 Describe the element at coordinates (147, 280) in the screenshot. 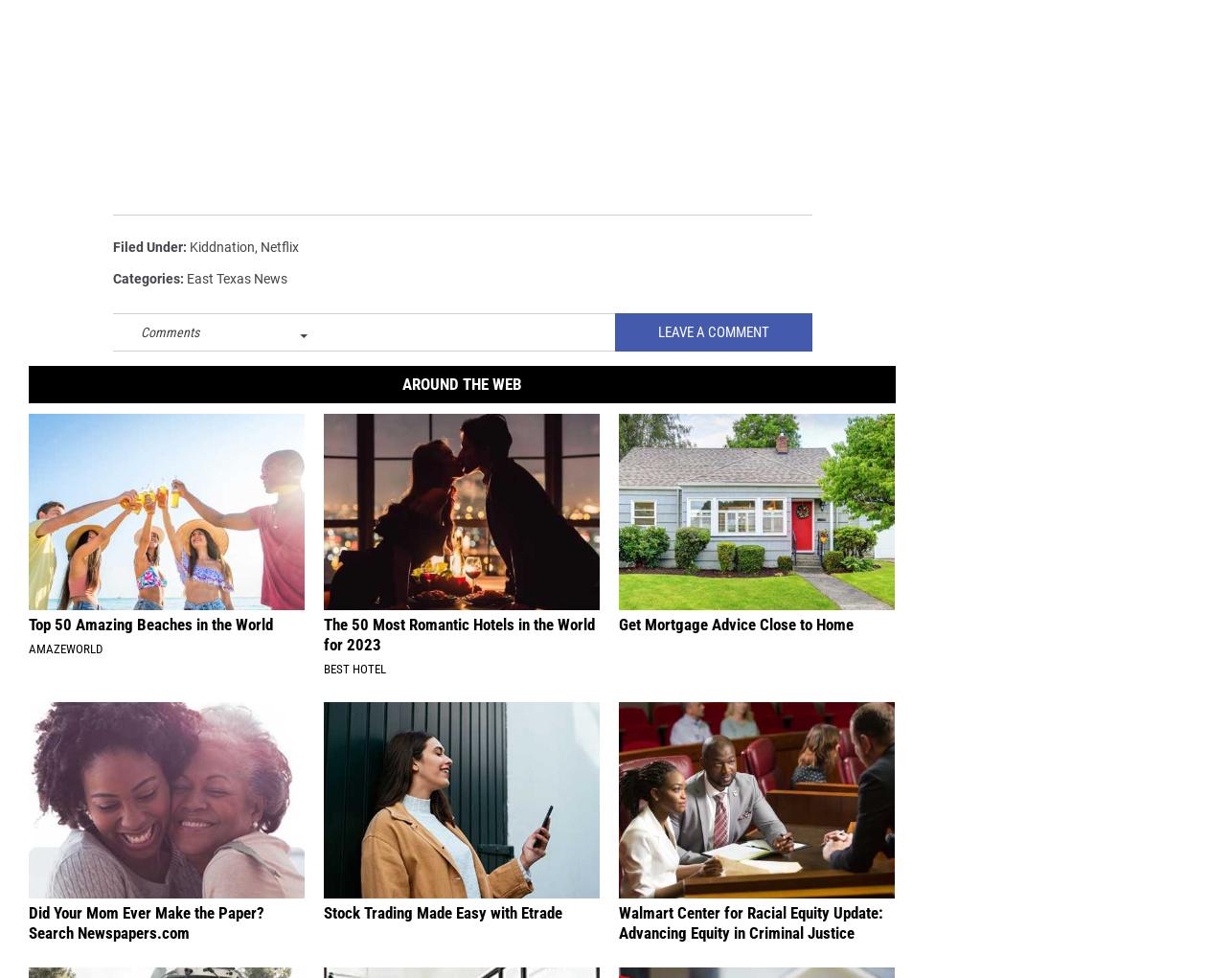

I see `'Categories'` at that location.